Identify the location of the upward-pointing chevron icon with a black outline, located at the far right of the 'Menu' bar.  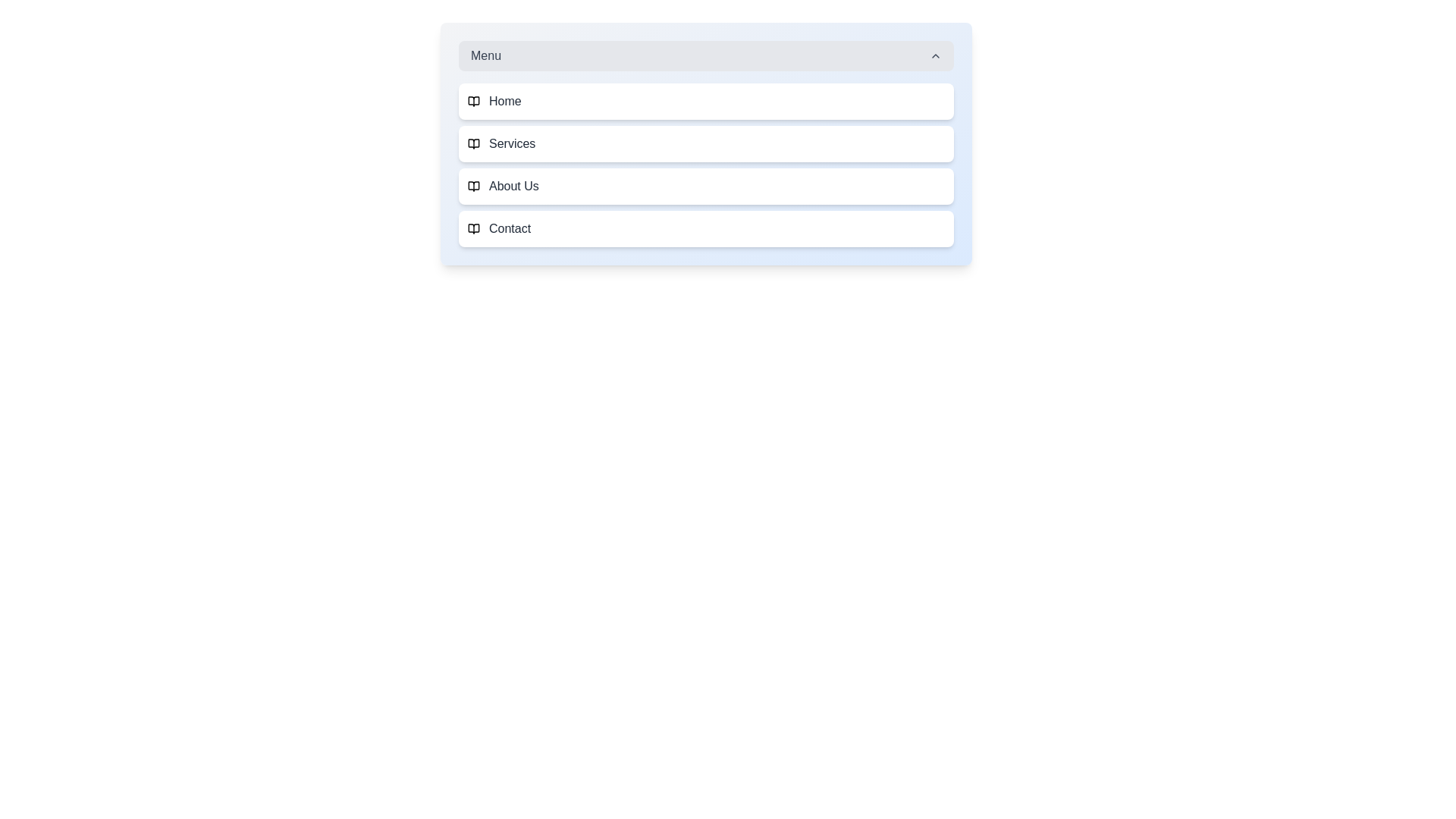
(934, 55).